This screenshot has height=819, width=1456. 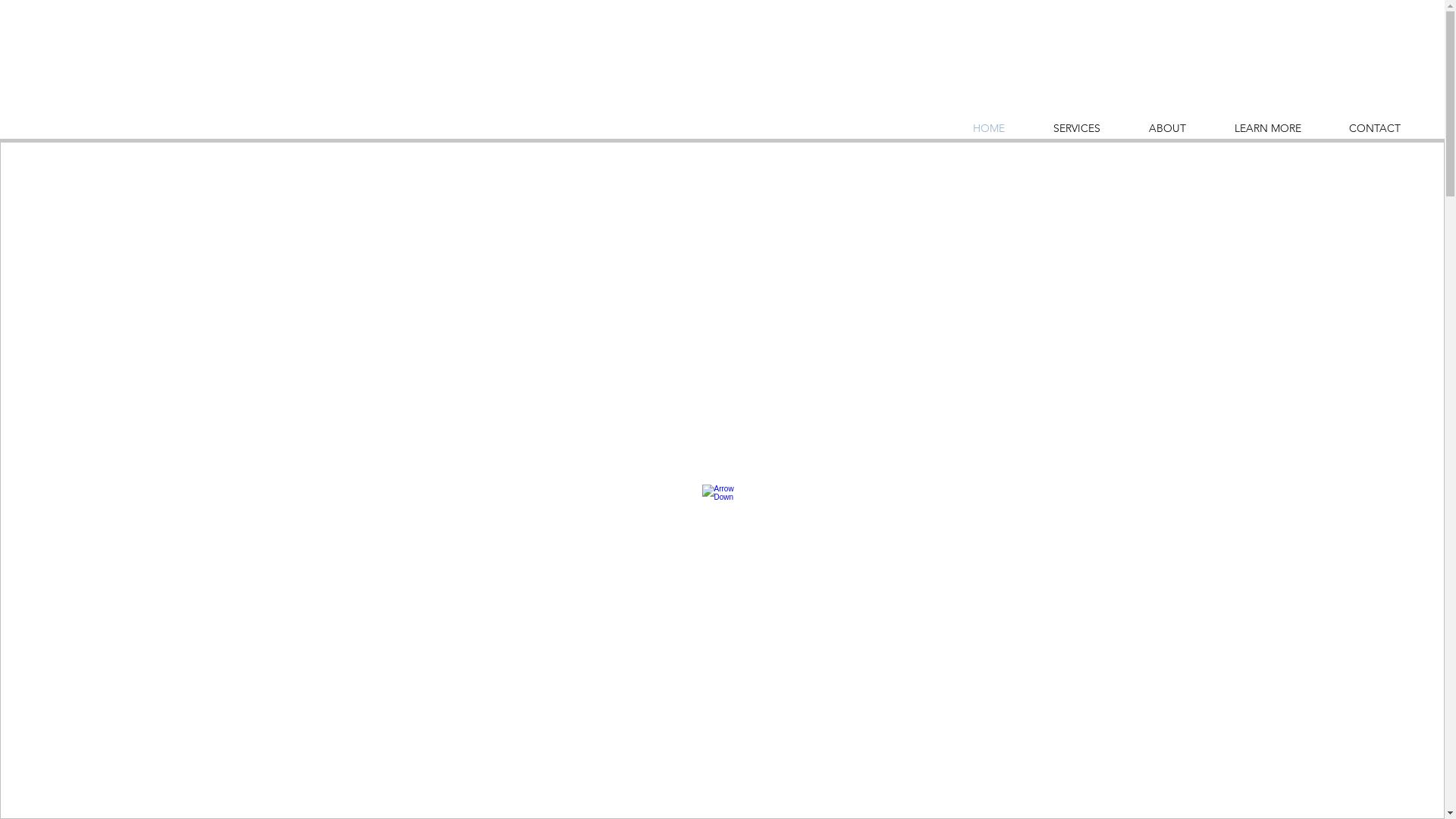 I want to click on 'HOME', so click(x=989, y=127).